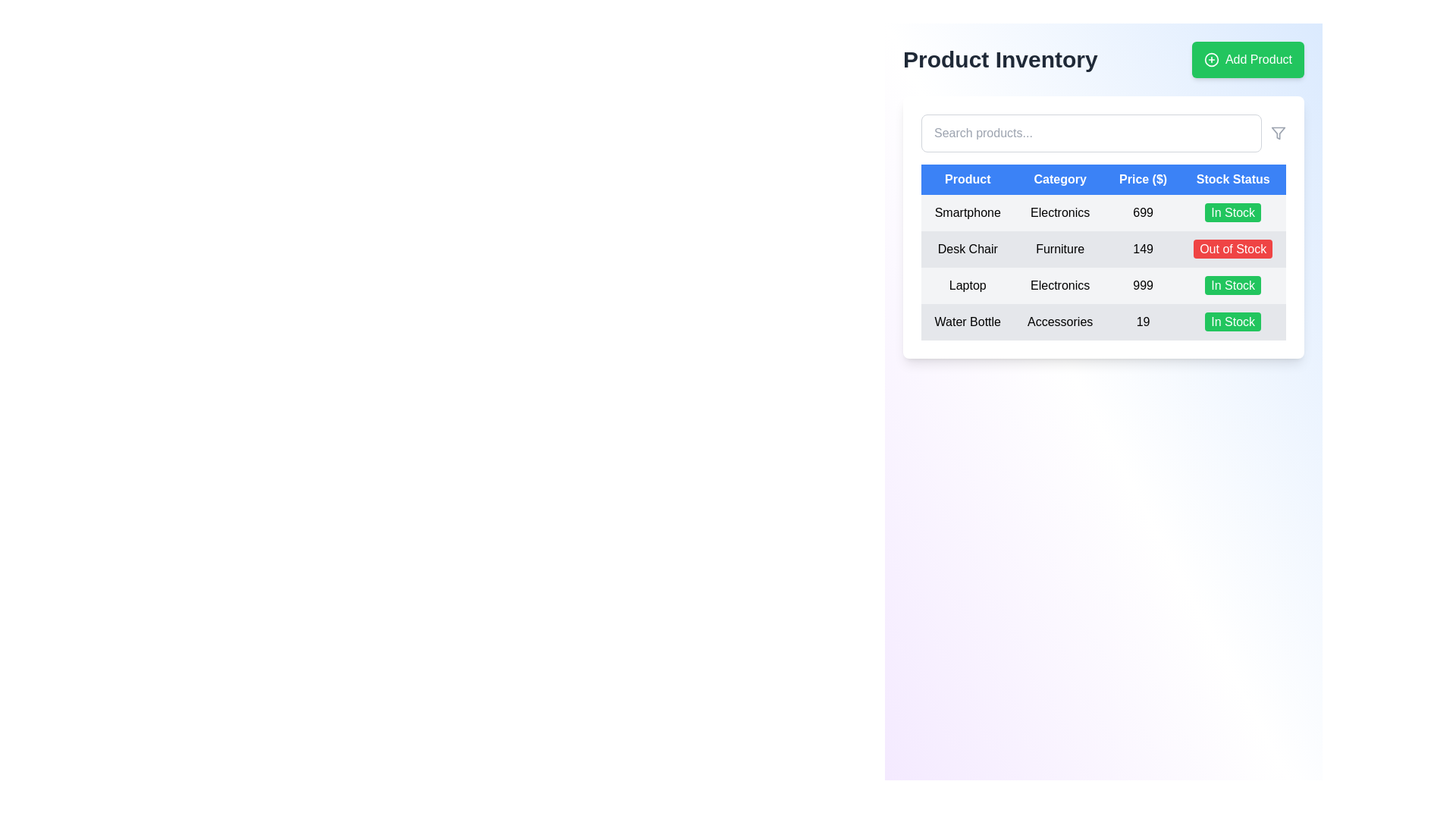  I want to click on the static data cell displaying '999' in the 'Price ($)' column of the table, located in the third row, with bold and centered text, so click(1143, 286).